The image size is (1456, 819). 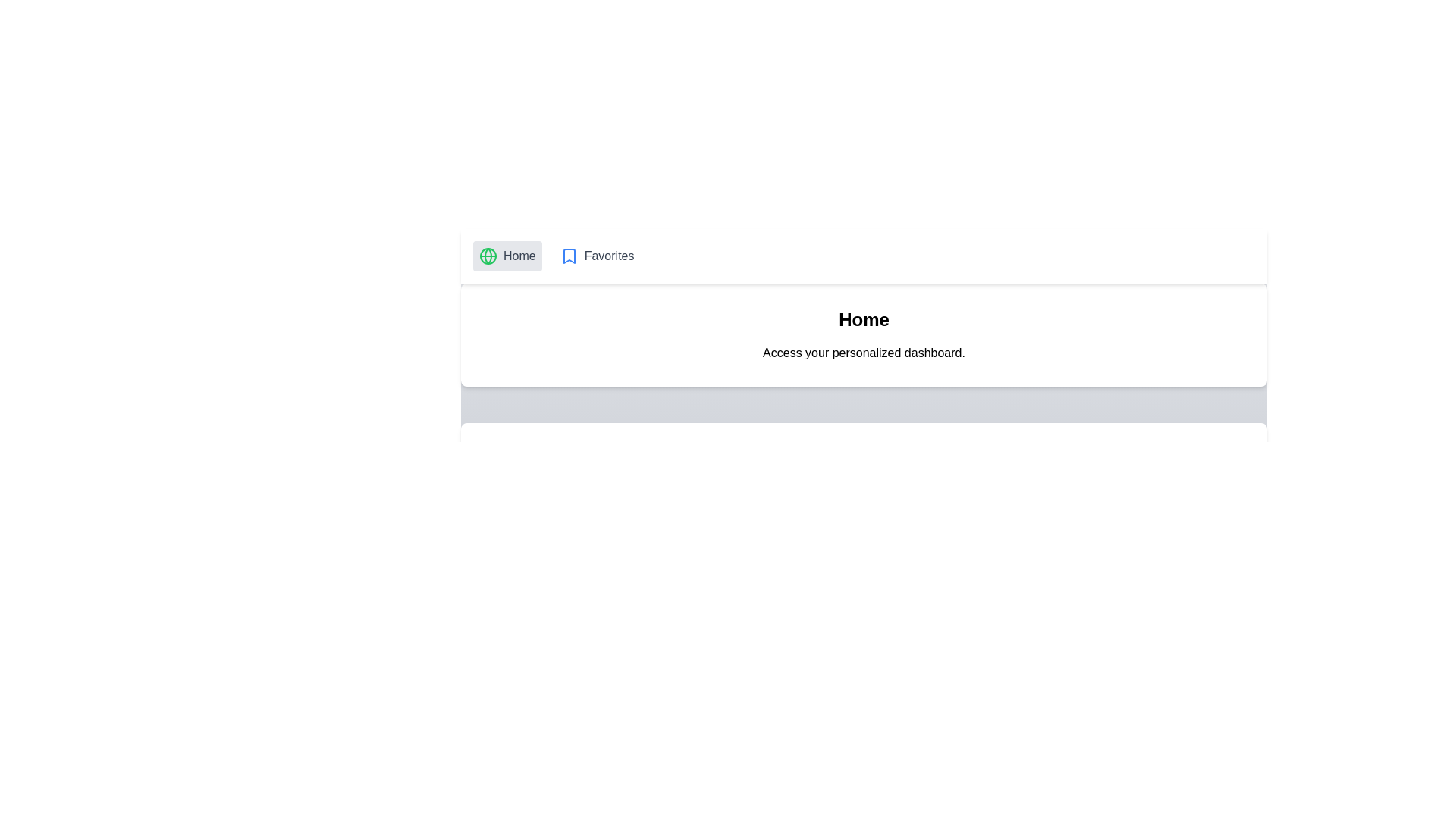 What do you see at coordinates (488, 256) in the screenshot?
I see `the globe icon representing the 'Home' section in the navigation bar, which is positioned left of the 'Home' text` at bounding box center [488, 256].